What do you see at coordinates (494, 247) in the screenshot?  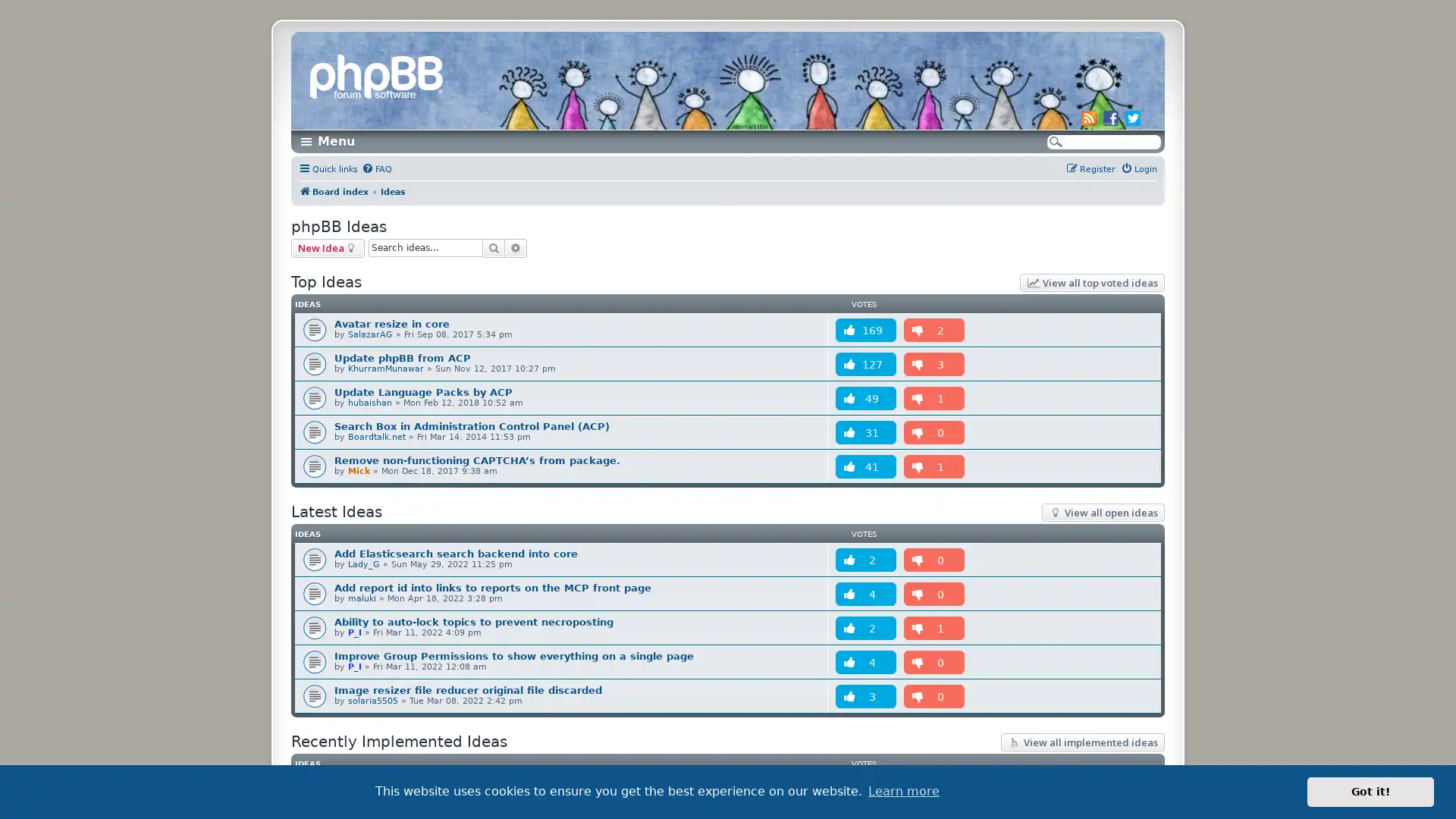 I see `Search` at bounding box center [494, 247].